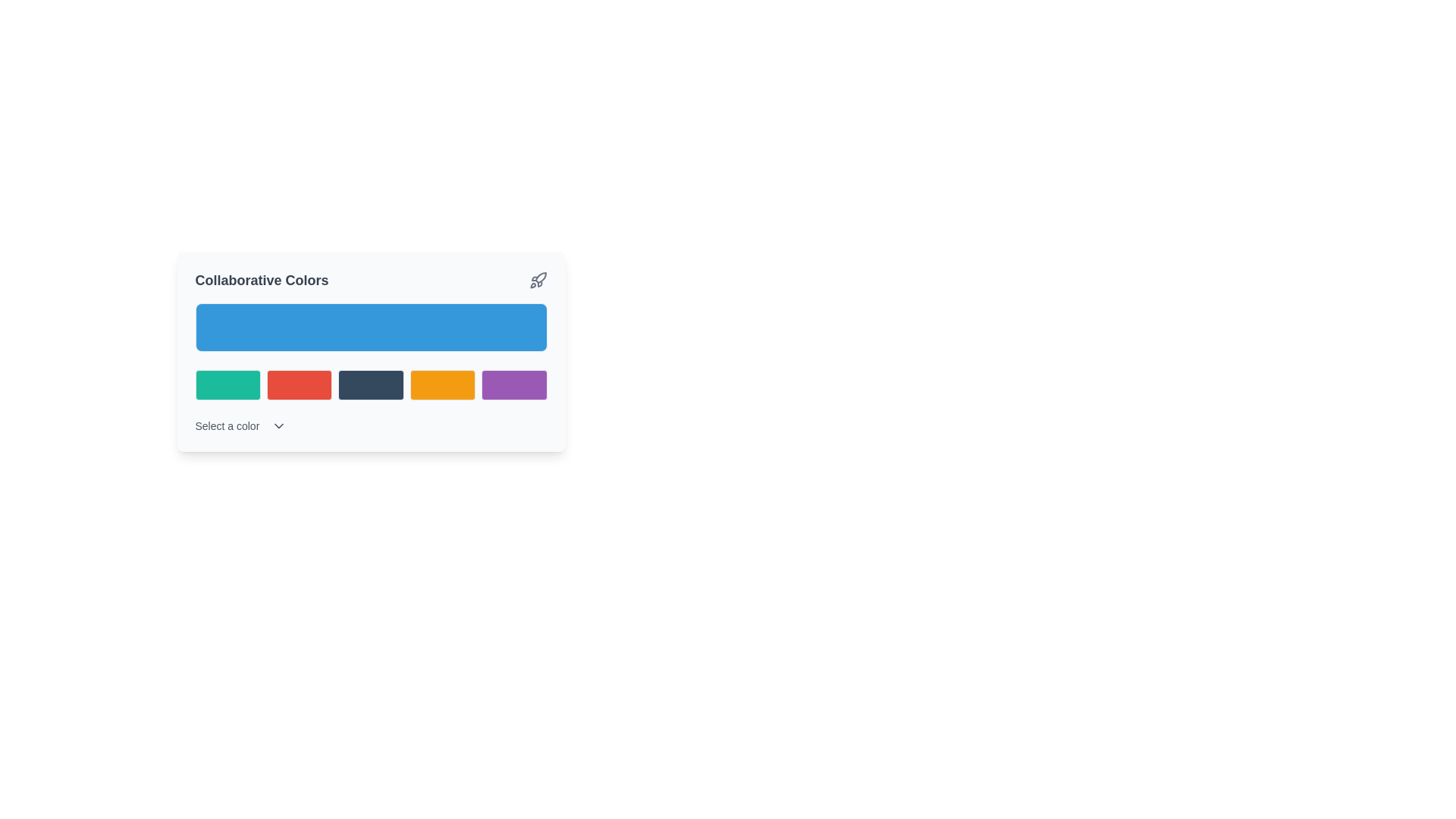 The image size is (1456, 819). I want to click on the body of the rocket icon located in the upper-right corner of the card labeled 'Collaborative Colors', so click(541, 278).